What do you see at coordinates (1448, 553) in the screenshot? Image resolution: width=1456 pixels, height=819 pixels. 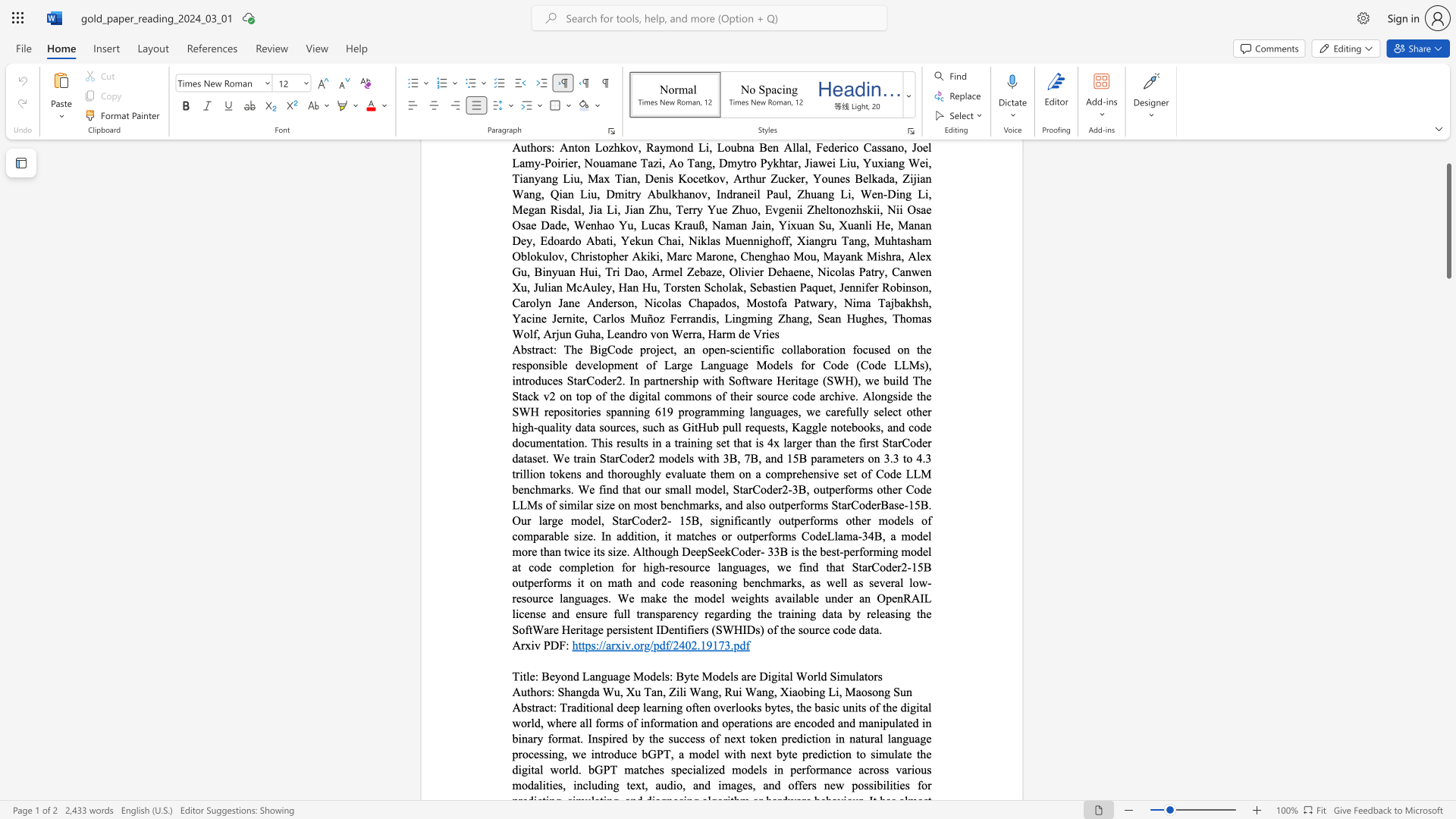 I see `the scrollbar to move the page down` at bounding box center [1448, 553].